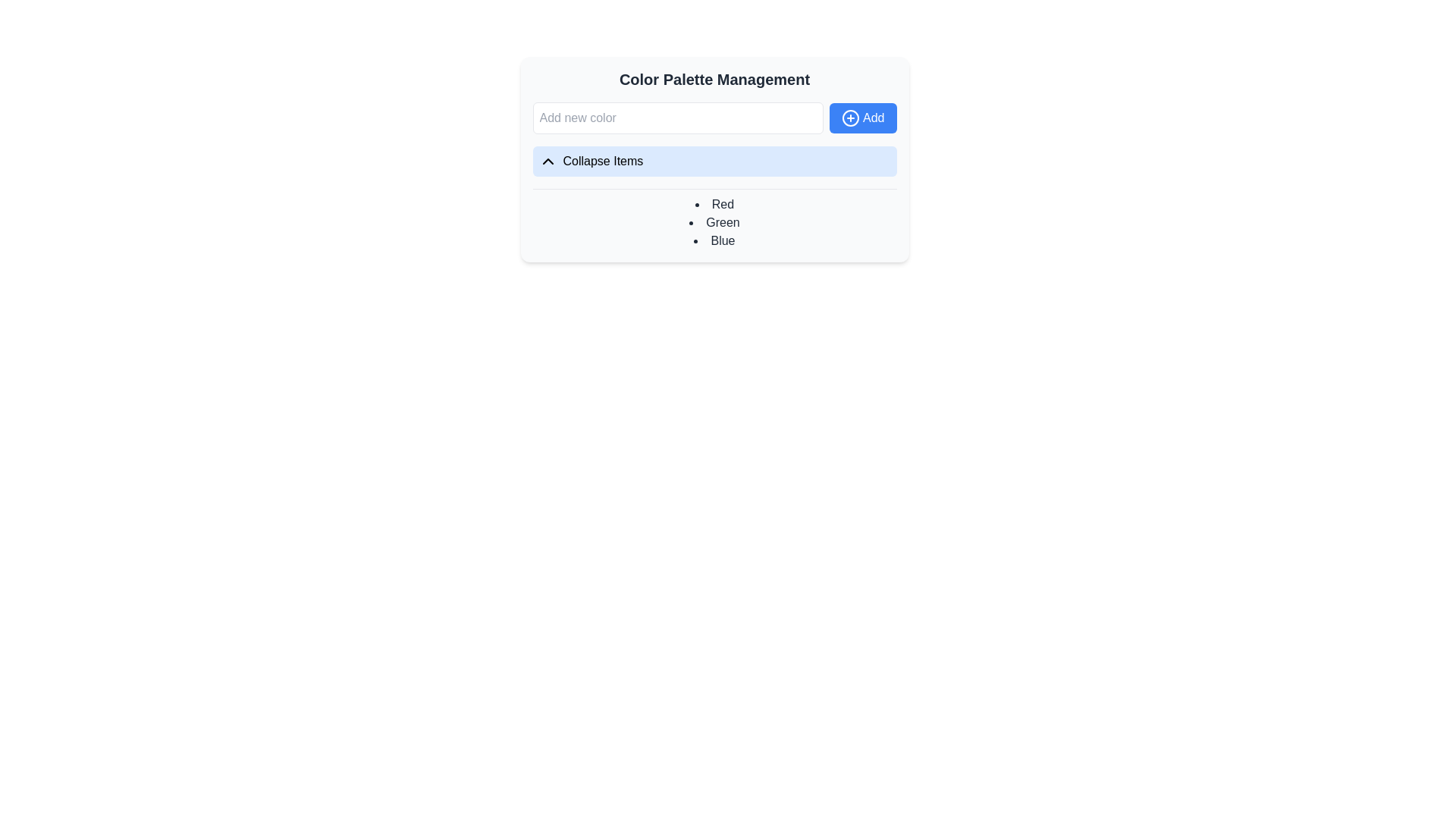 This screenshot has width=1456, height=819. Describe the element at coordinates (863, 117) in the screenshot. I see `the 'Add' button located to the right of the 'Add new color' text input field` at that location.